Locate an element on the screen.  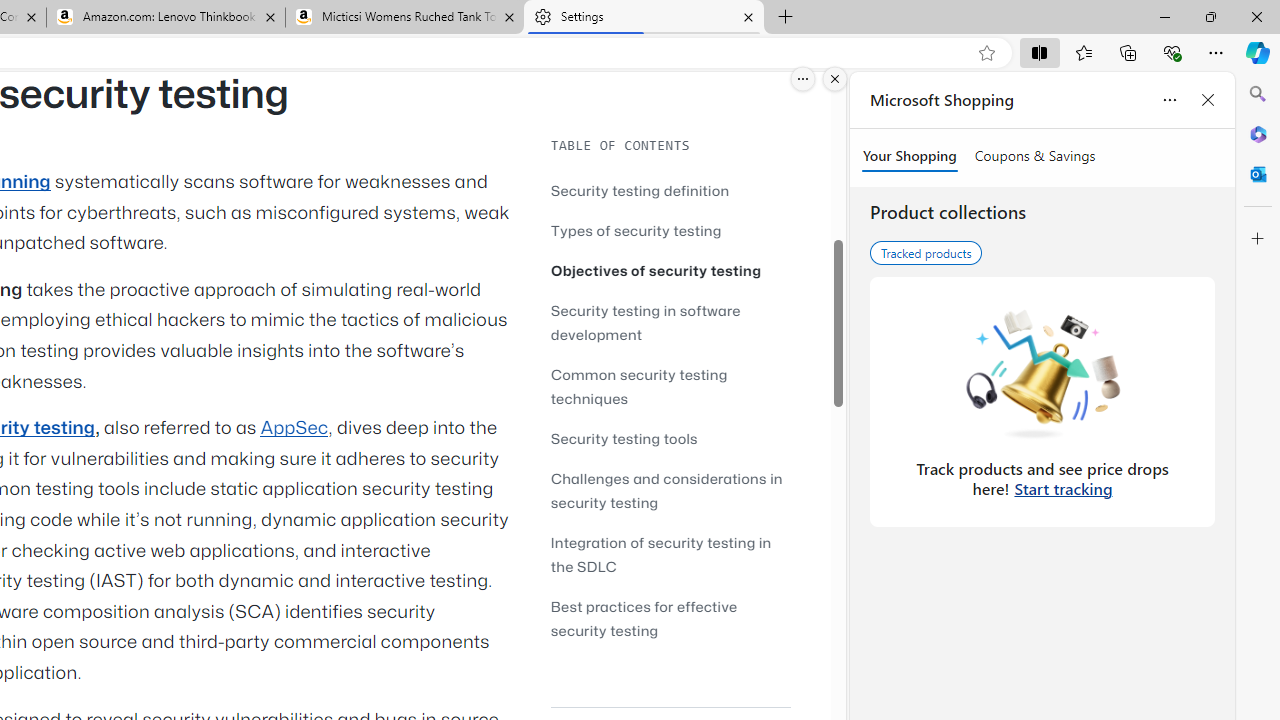
'Best practices for effective security testing' is located at coordinates (644, 617).